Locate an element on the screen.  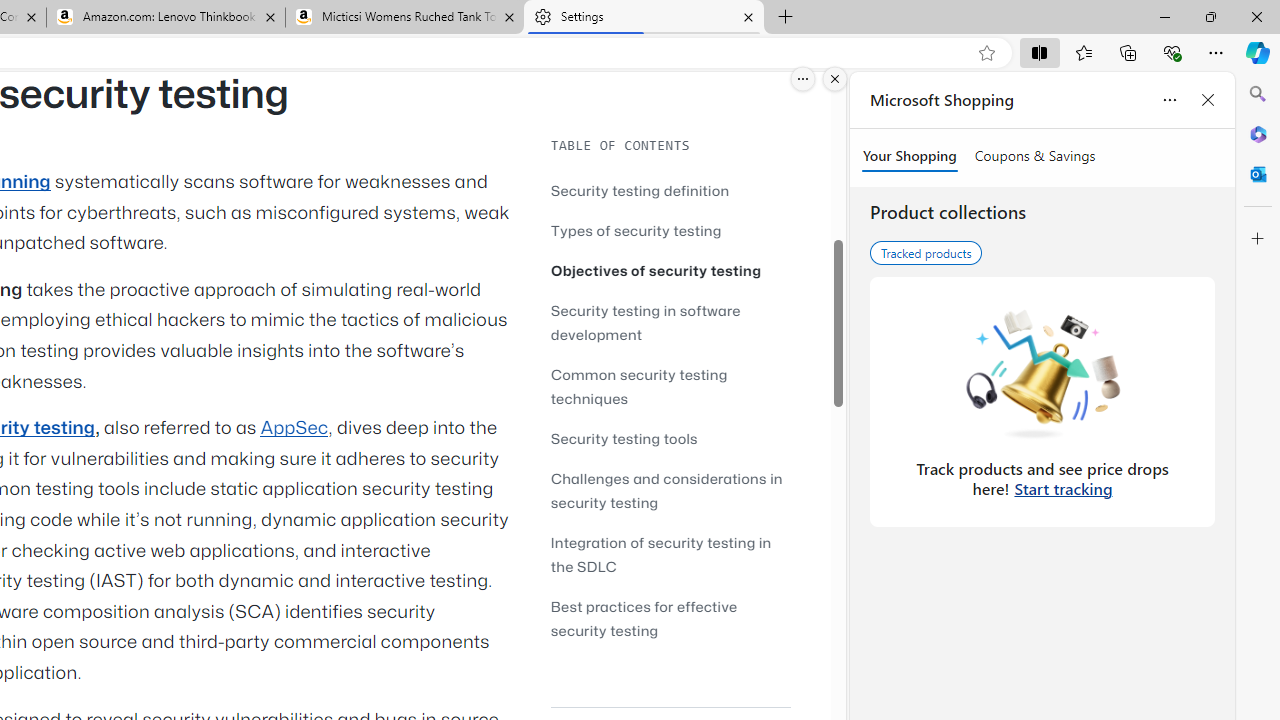
'Best practices for effective security testing' is located at coordinates (644, 617).